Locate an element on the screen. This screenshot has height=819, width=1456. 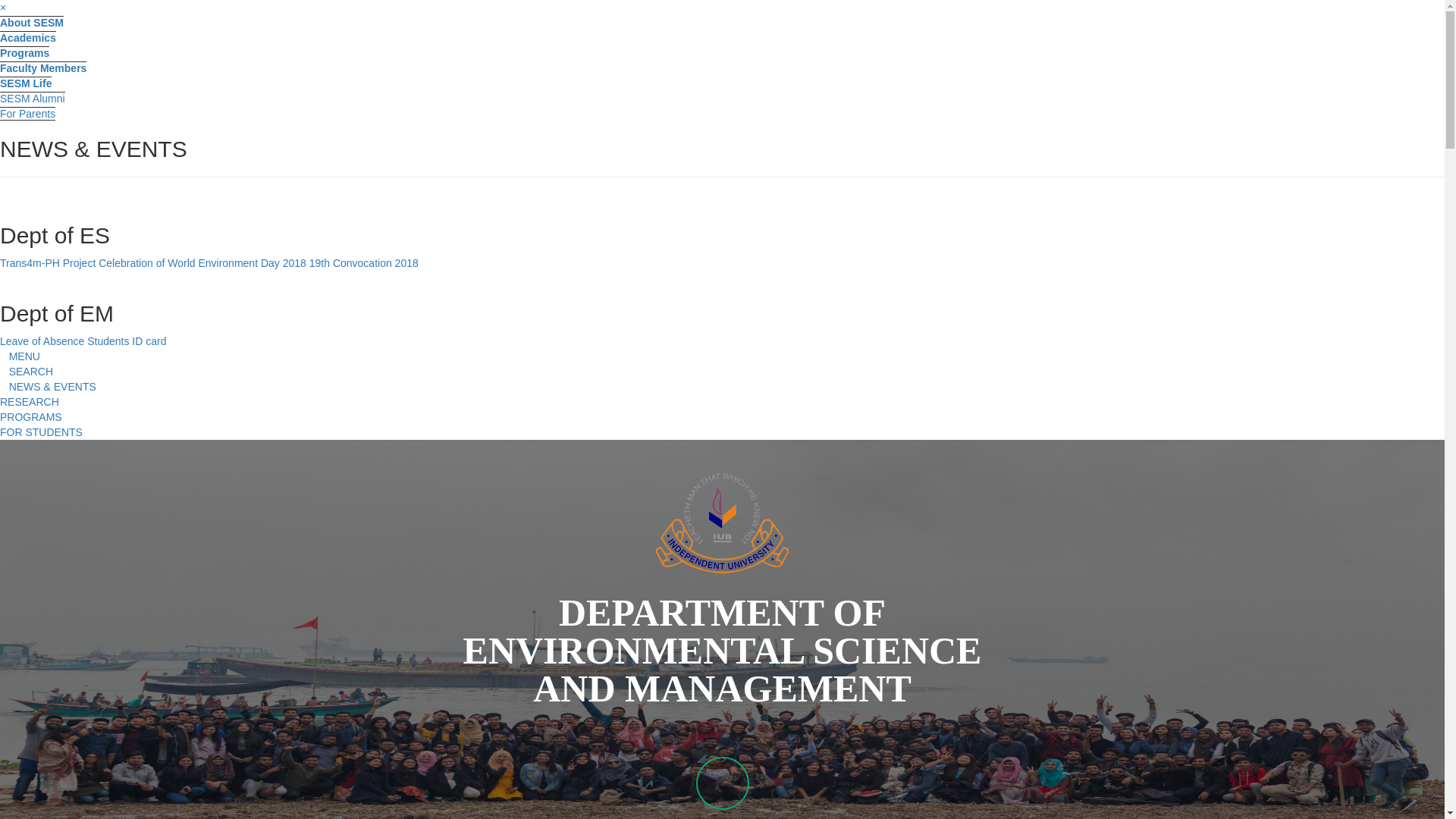
'For Parents' is located at coordinates (27, 113).